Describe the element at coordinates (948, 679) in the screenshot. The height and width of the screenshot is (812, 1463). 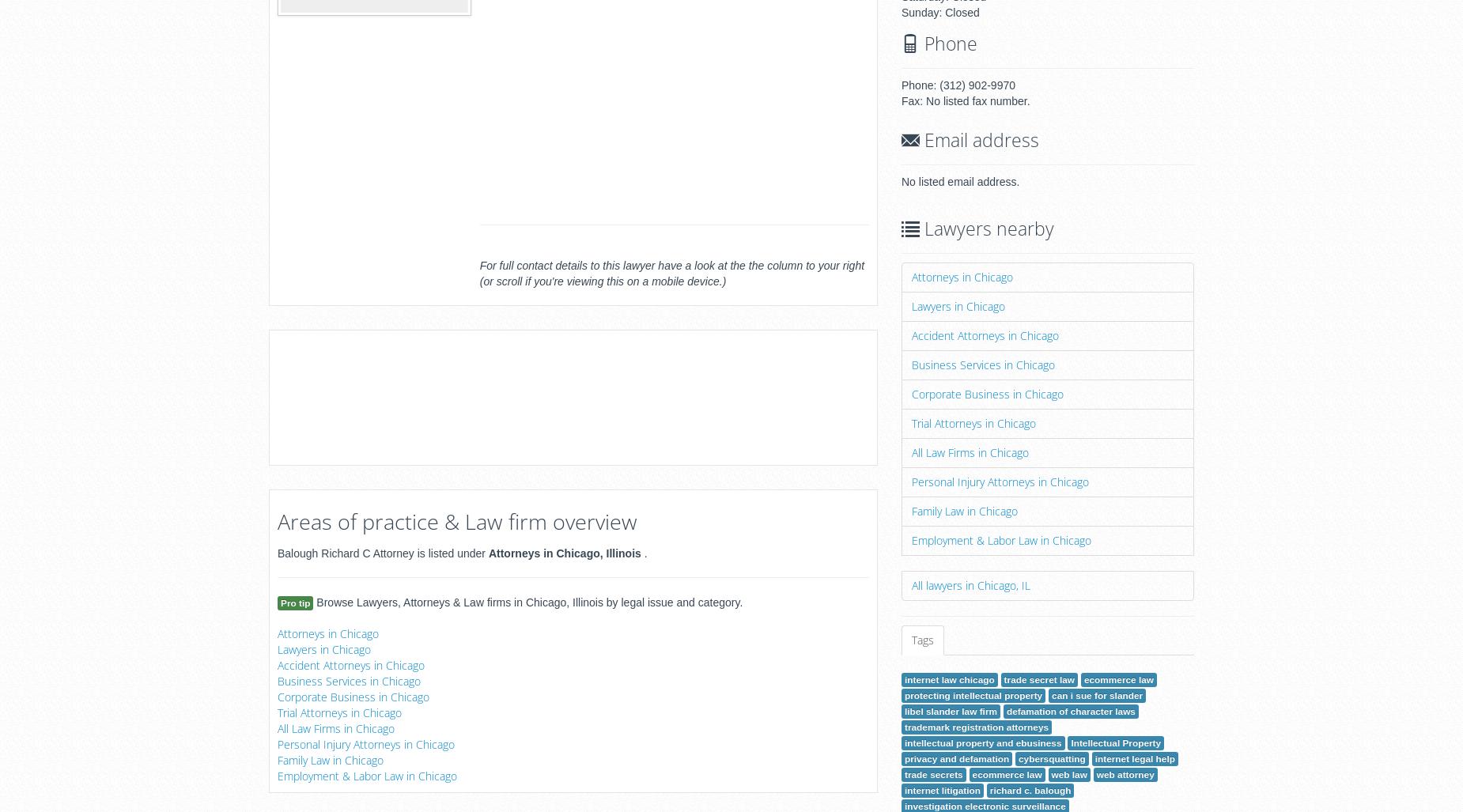
I see `'internet law chicago'` at that location.